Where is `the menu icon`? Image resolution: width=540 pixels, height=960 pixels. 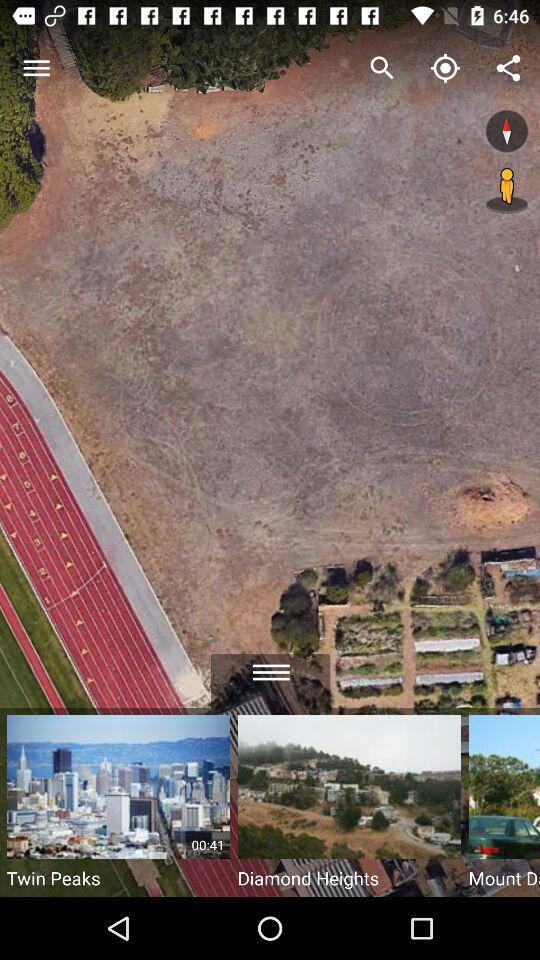 the menu icon is located at coordinates (270, 665).